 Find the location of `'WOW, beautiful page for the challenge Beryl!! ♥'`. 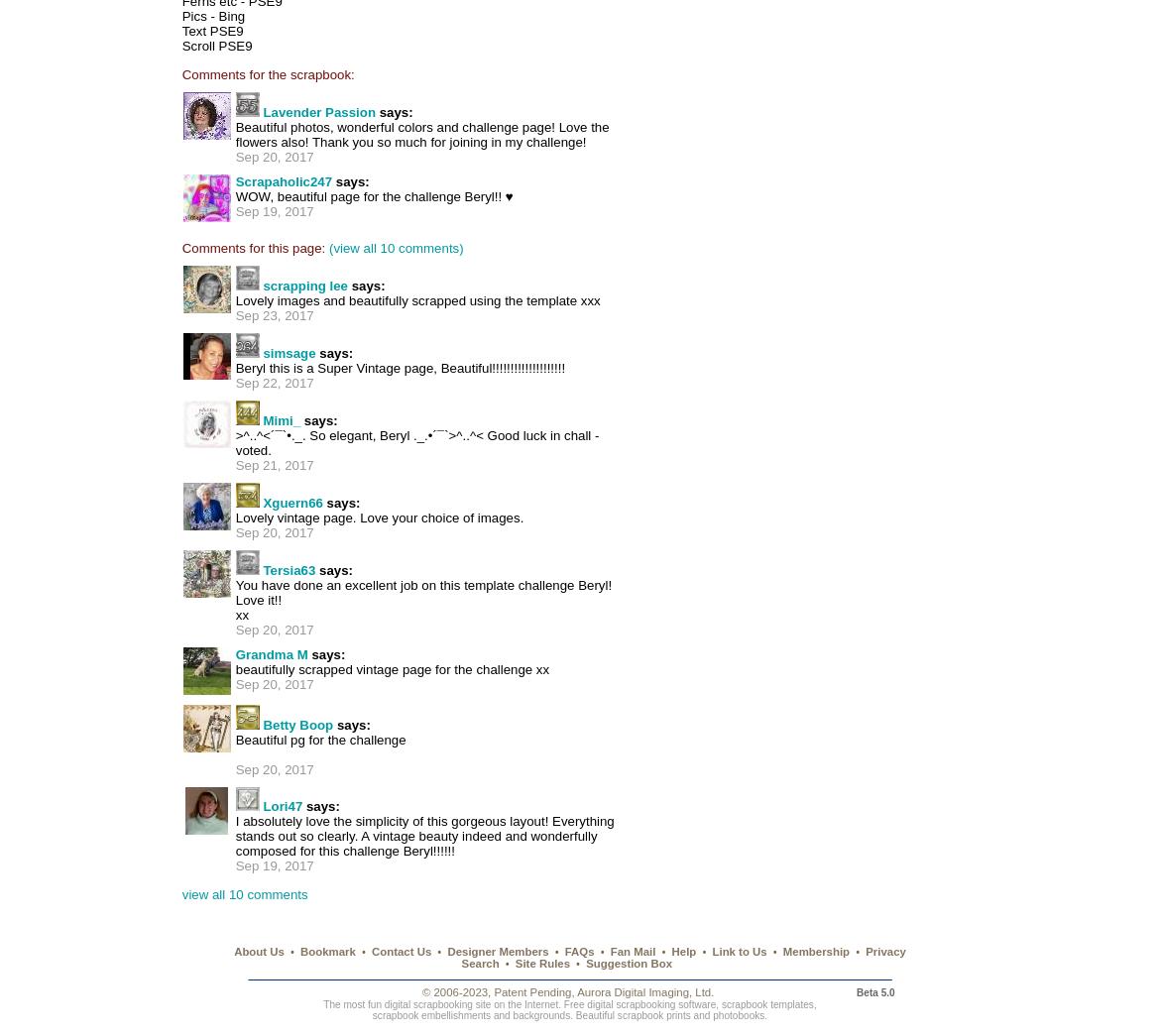

'WOW, beautiful page for the challenge Beryl!! ♥' is located at coordinates (372, 196).